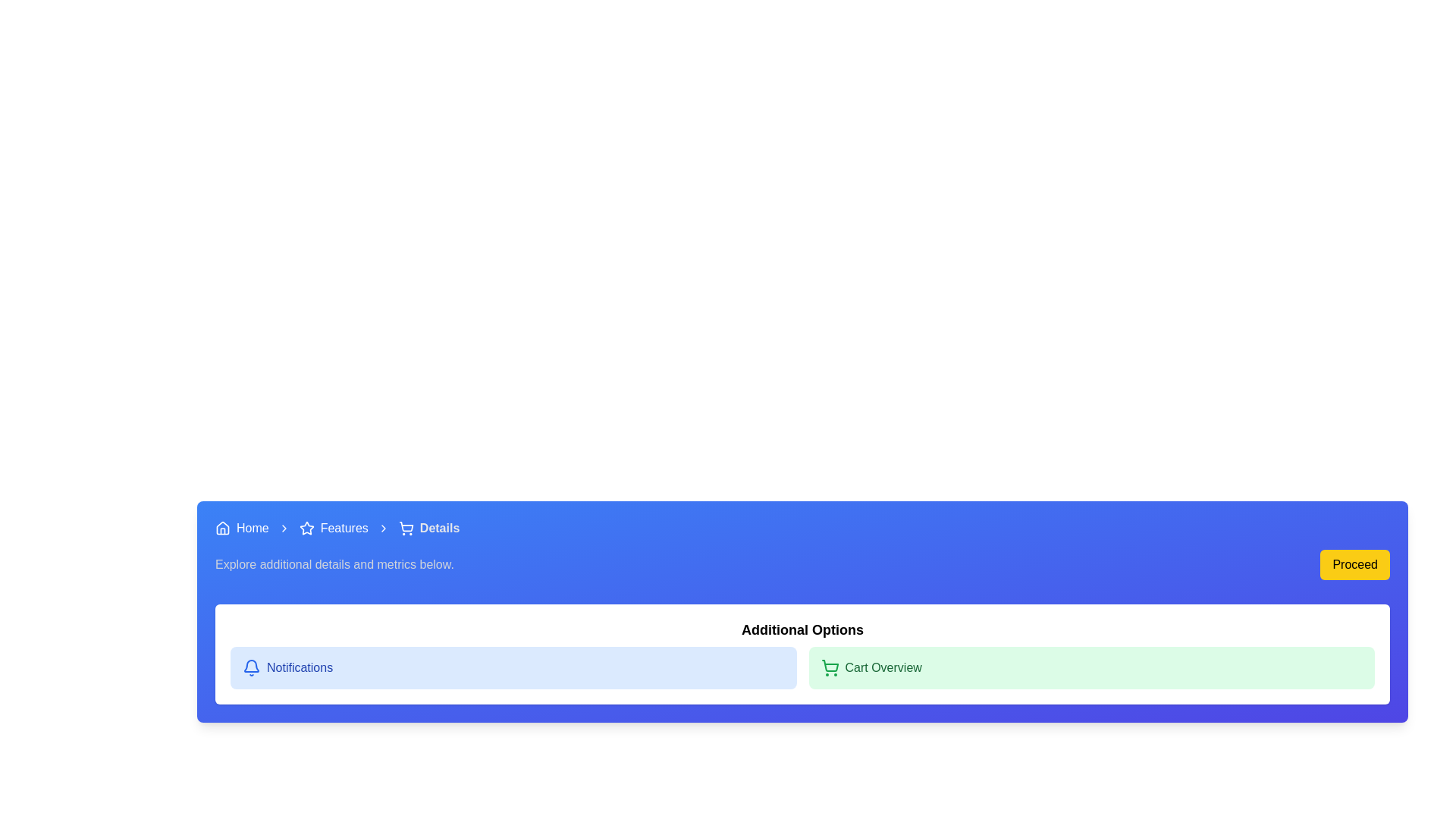  What do you see at coordinates (439, 528) in the screenshot?
I see `the 'Details' text label, which is styled with a gray font on a blue background and located on the navigation bar towards the right, following the shopping-cart icon` at bounding box center [439, 528].